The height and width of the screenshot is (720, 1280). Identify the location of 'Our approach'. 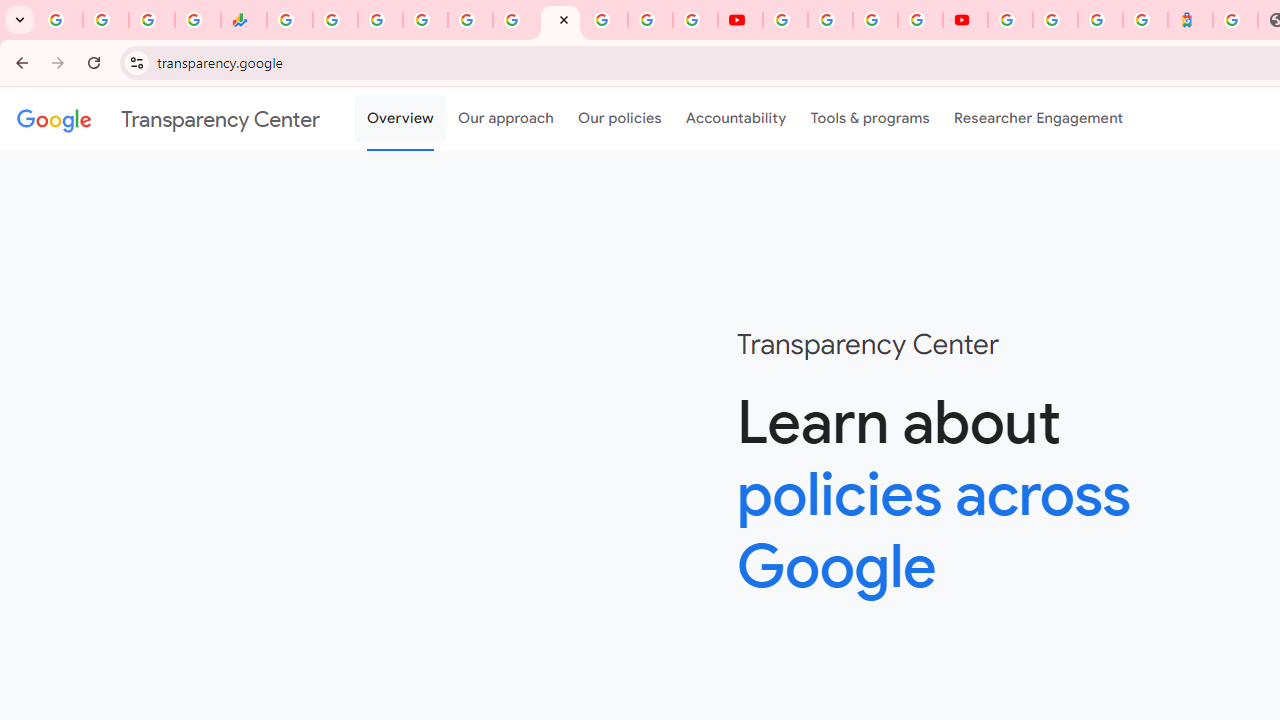
(506, 119).